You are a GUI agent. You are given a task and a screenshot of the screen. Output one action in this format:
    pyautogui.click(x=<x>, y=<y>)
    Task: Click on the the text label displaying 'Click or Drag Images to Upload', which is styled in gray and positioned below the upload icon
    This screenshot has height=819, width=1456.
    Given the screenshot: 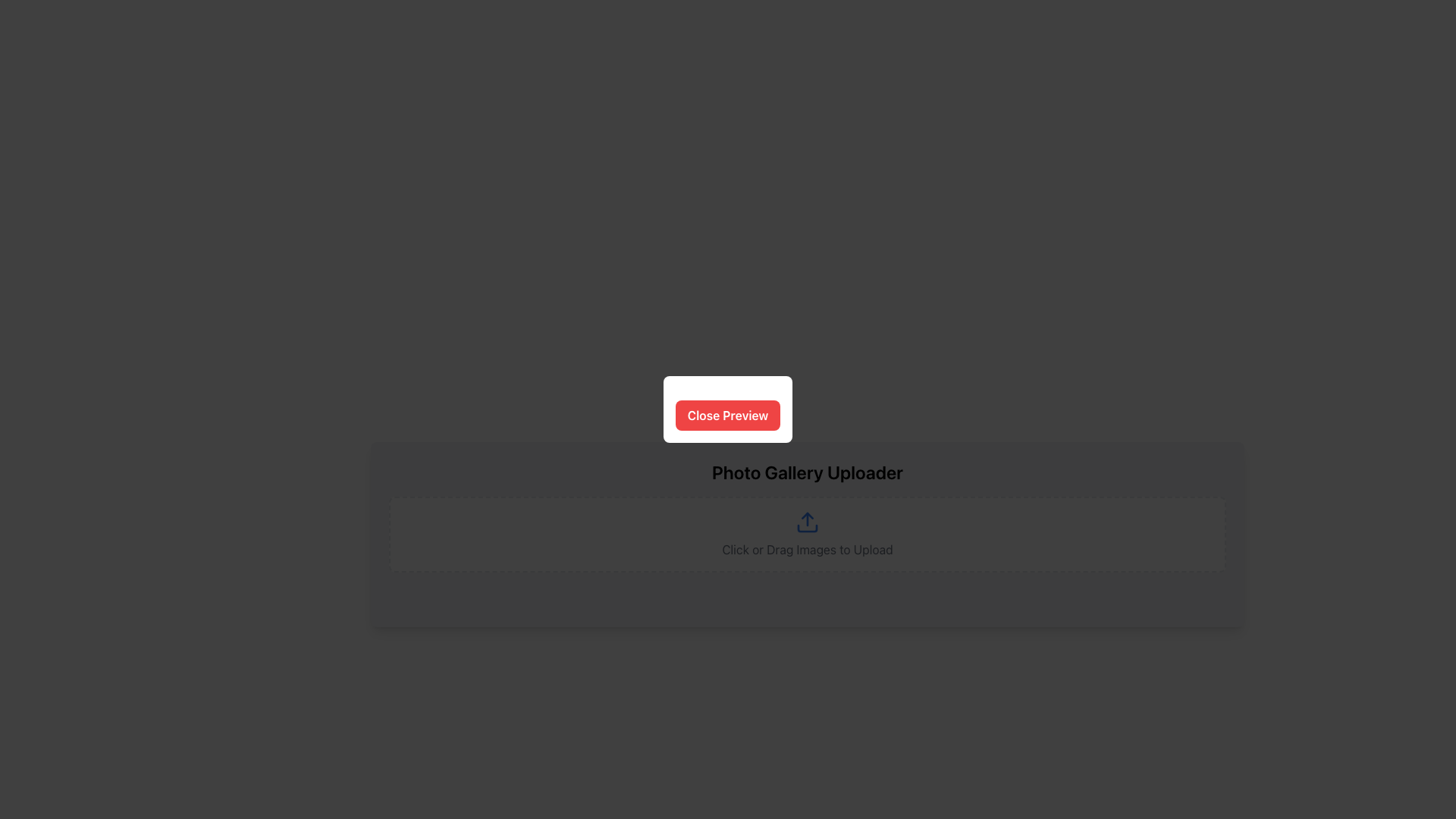 What is the action you would take?
    pyautogui.click(x=807, y=550)
    